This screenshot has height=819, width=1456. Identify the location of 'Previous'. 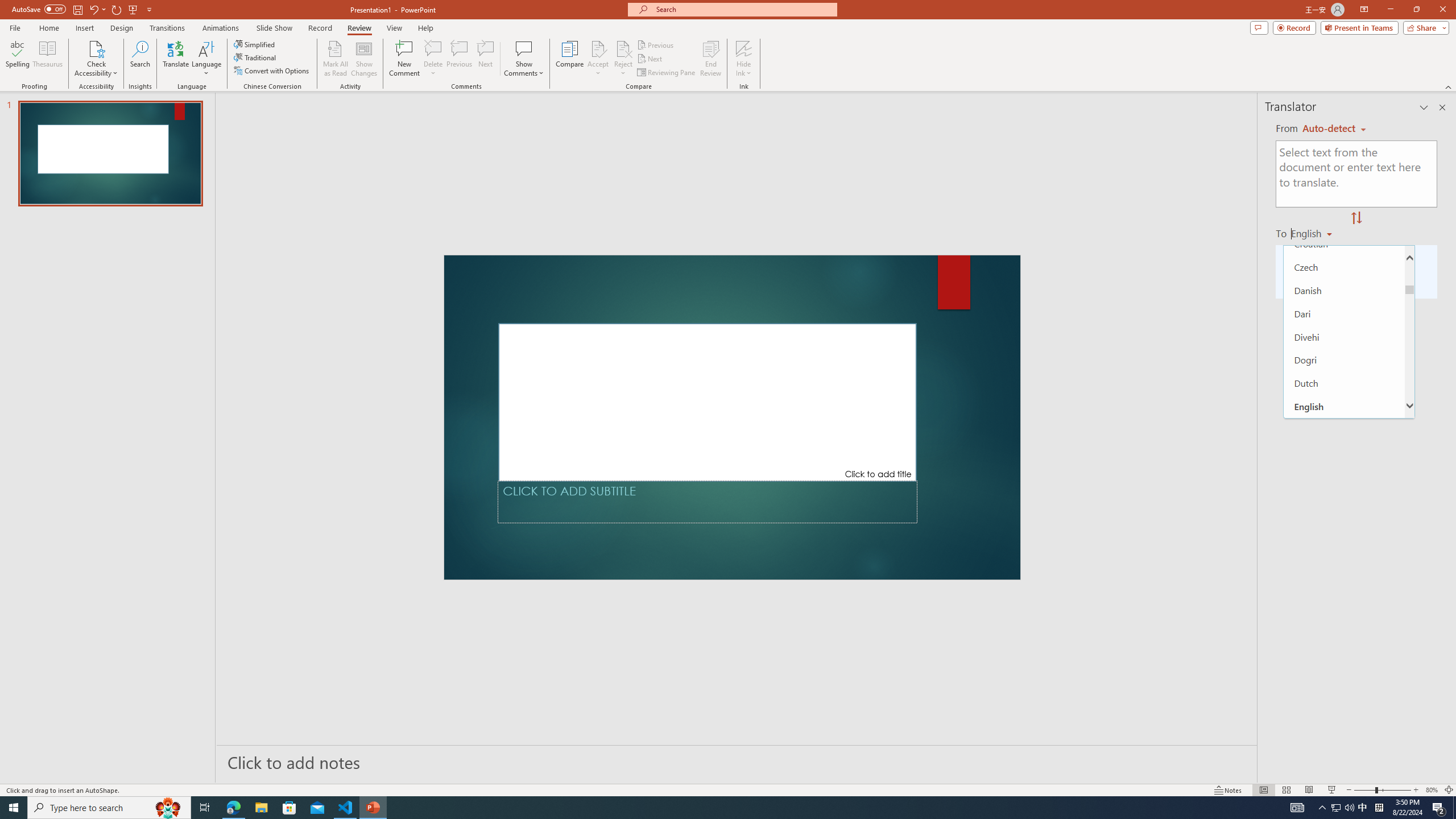
(656, 44).